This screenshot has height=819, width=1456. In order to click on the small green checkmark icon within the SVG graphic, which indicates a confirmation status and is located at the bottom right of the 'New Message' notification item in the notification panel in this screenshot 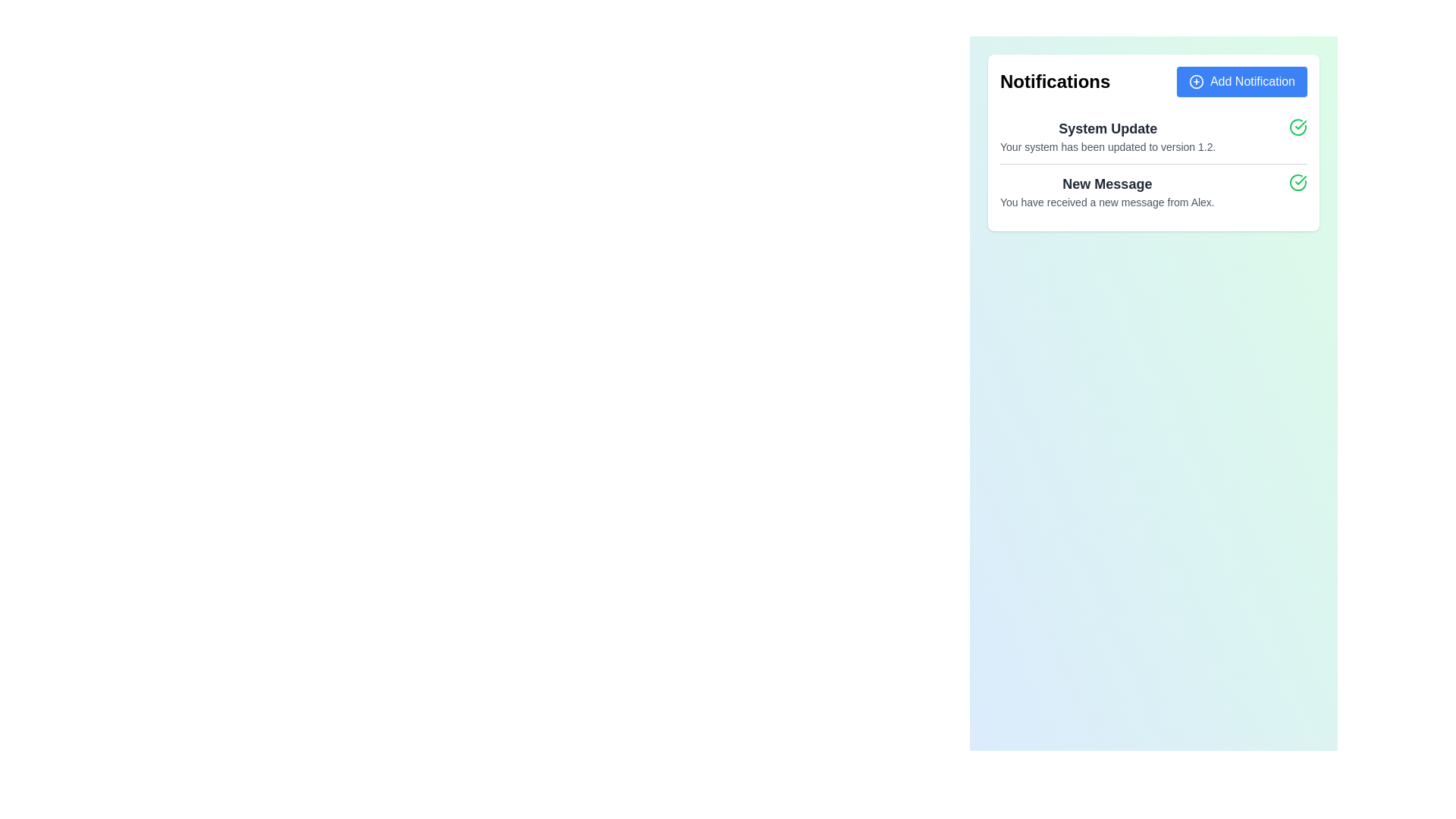, I will do `click(1300, 124)`.